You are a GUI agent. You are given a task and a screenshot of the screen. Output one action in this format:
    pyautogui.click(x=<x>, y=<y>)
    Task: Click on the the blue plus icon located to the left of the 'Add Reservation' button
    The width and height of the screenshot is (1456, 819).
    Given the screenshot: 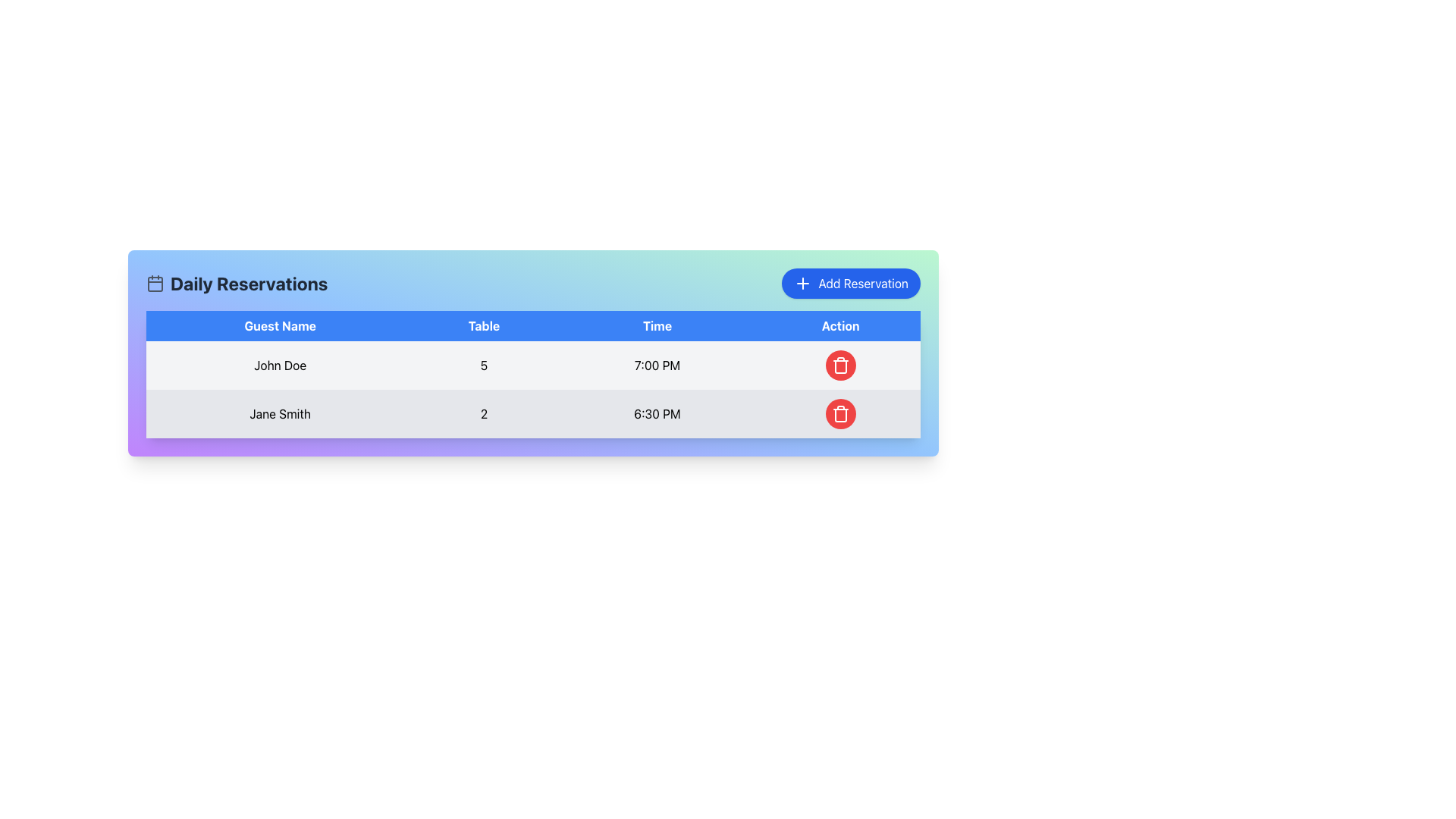 What is the action you would take?
    pyautogui.click(x=802, y=284)
    